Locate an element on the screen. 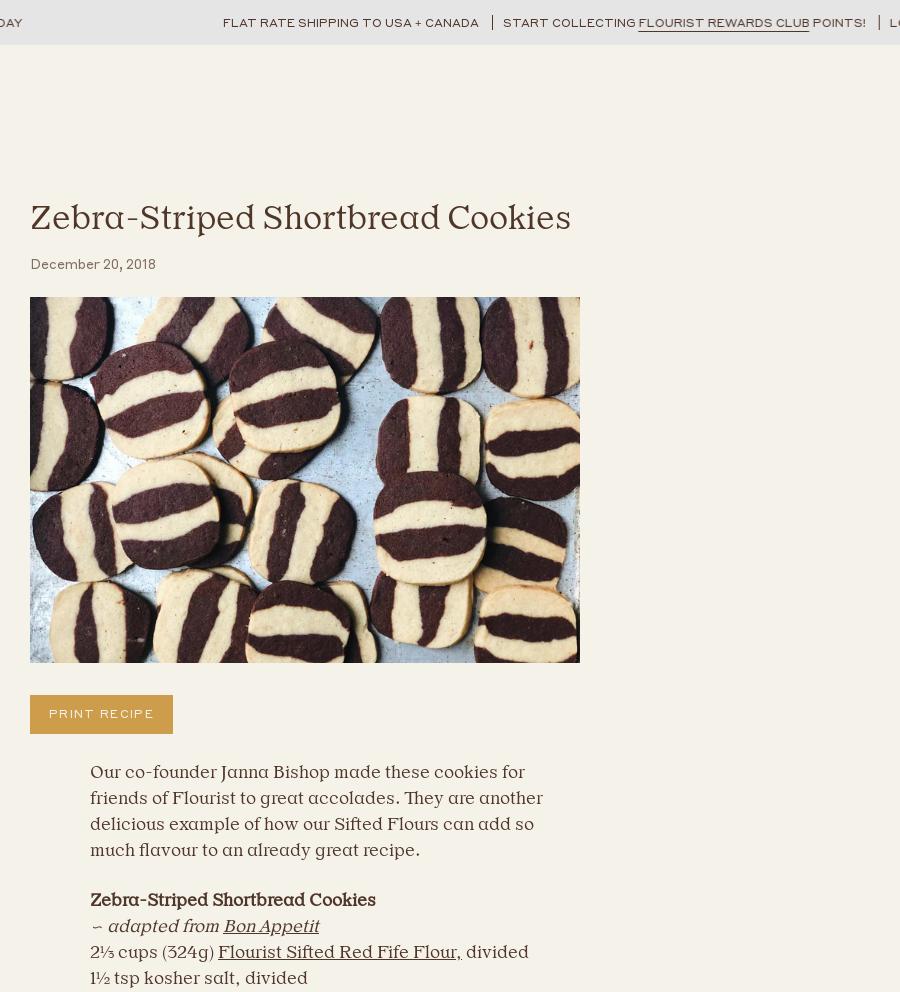  'Please note, comments must be approved before they are published' is located at coordinates (28, 865).